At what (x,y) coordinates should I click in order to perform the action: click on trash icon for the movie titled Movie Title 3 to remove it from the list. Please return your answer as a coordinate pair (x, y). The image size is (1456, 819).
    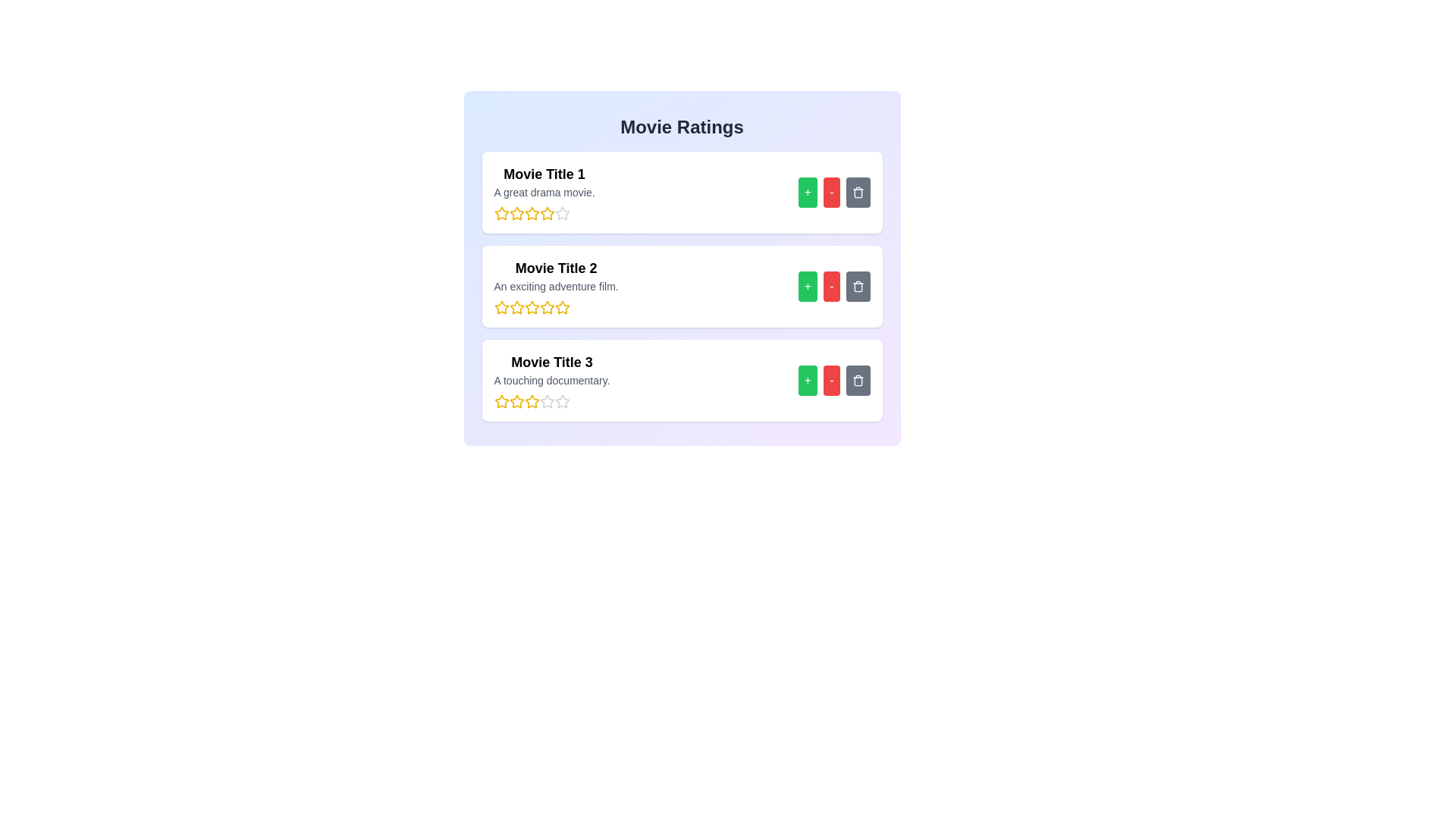
    Looking at the image, I should click on (858, 379).